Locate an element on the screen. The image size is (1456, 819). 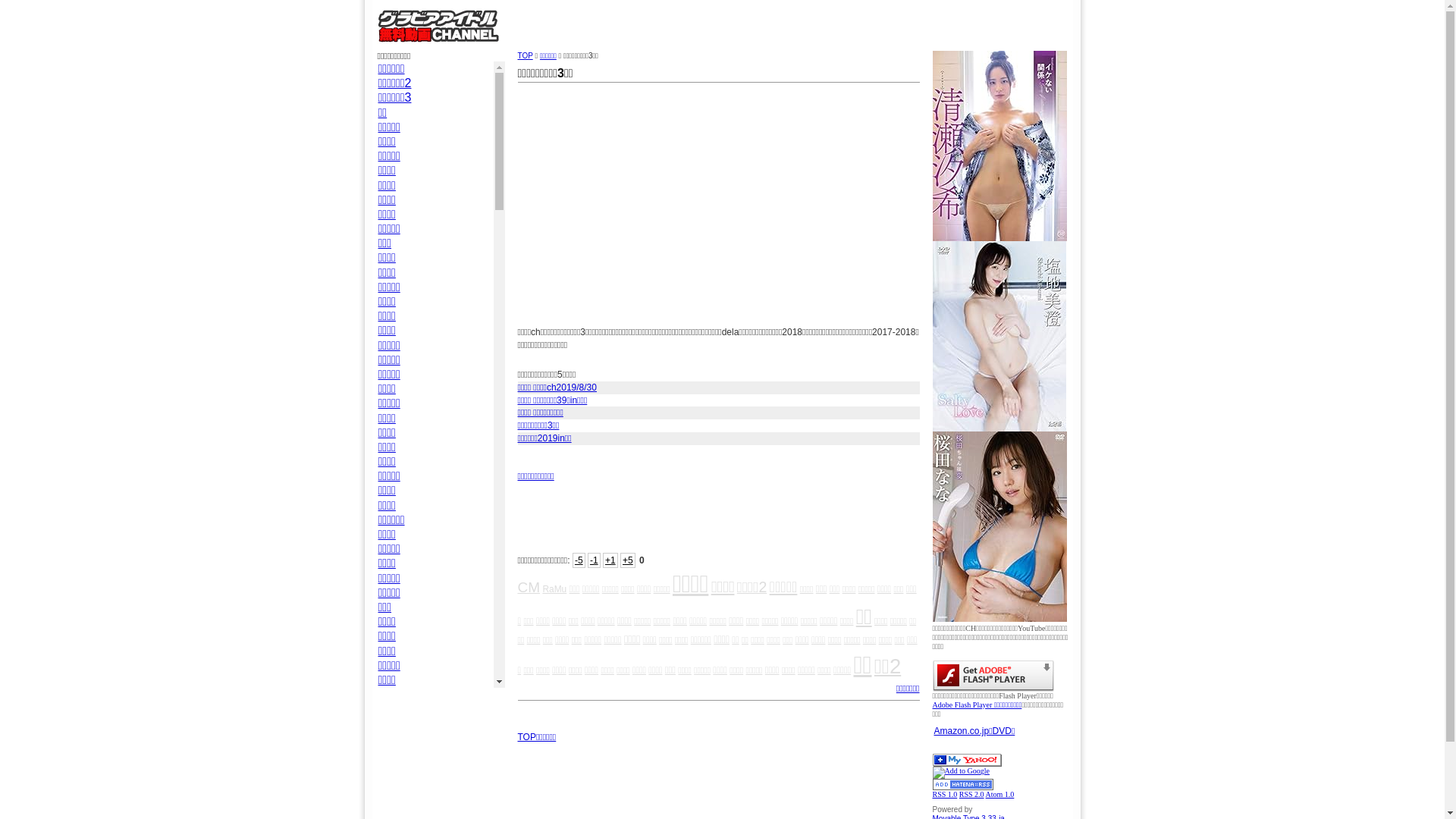
'Atom 1.0' is located at coordinates (1000, 793).